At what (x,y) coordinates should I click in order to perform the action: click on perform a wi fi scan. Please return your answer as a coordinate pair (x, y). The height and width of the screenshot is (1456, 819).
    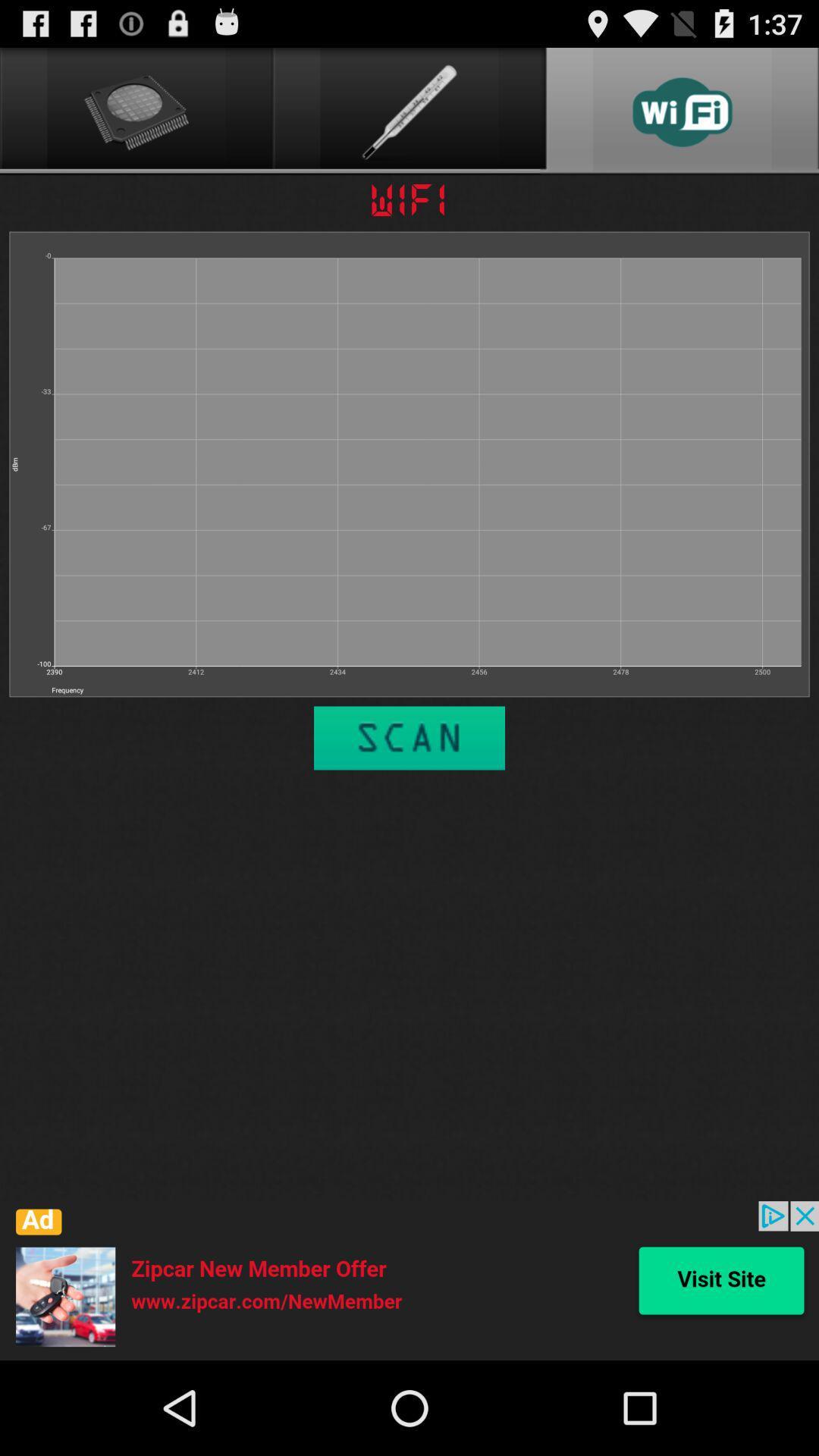
    Looking at the image, I should click on (409, 738).